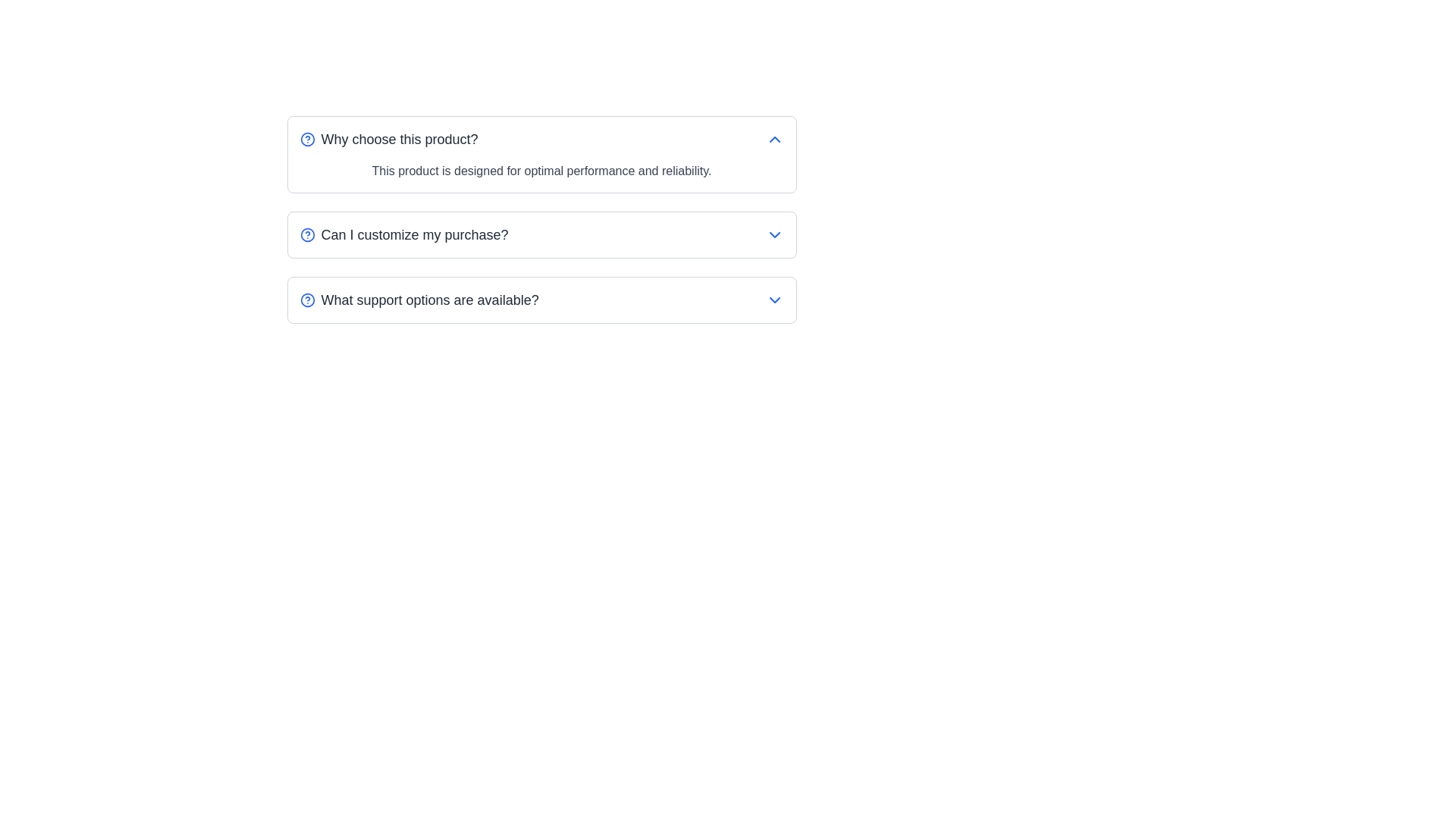 This screenshot has width=1456, height=819. I want to click on the small circular blue icon with a white background and a blue outlined question mark, located at the upper-left corner of the text label 'Why choose this product?', so click(306, 140).